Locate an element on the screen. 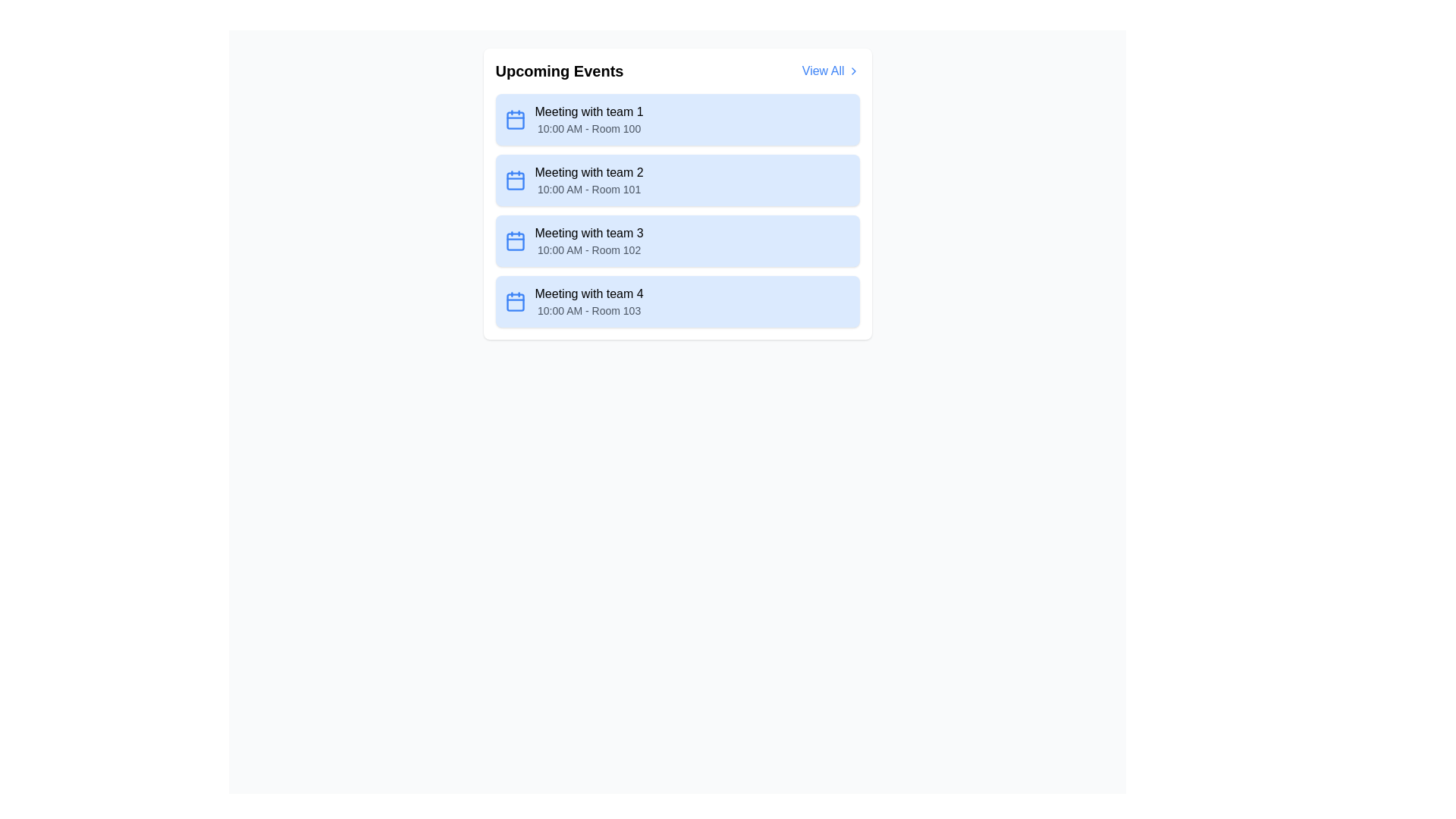  the vector graphic icon representing the date aspect of the event 'Meeting with team 1' in the 'Upcoming Events' list is located at coordinates (515, 119).